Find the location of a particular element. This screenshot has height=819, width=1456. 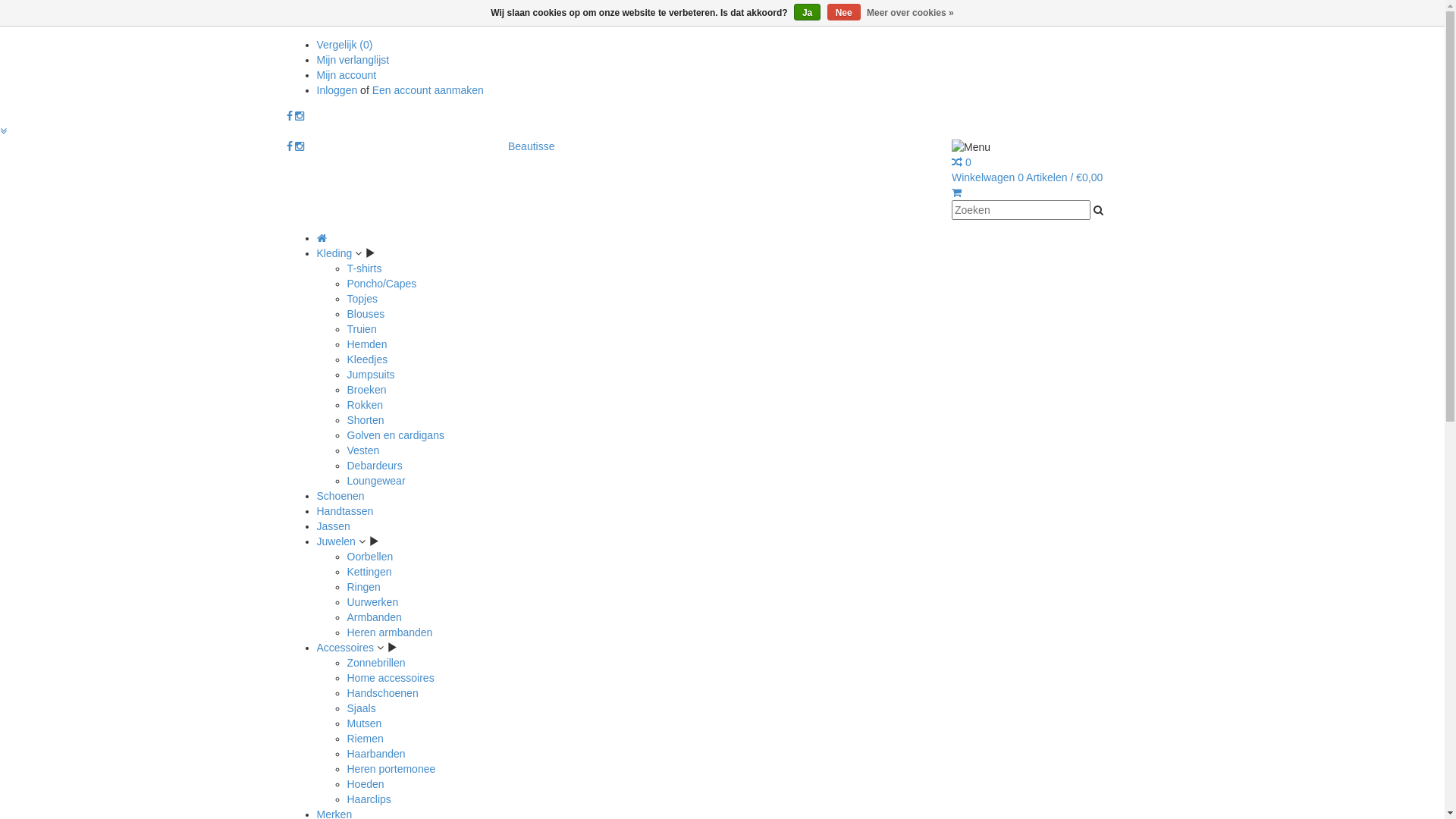

'Accessoires' is located at coordinates (344, 647).